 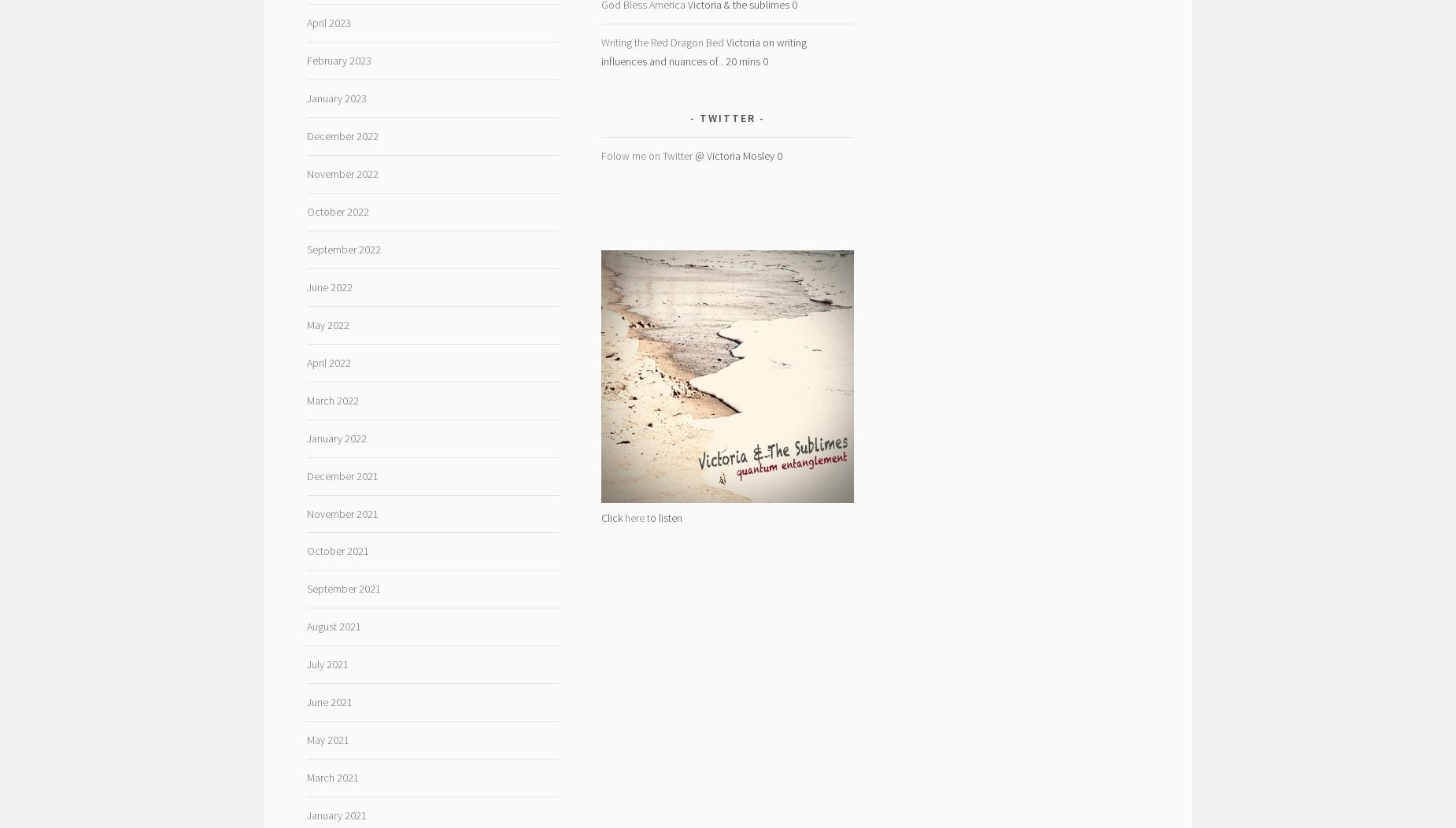 What do you see at coordinates (305, 513) in the screenshot?
I see `'November 2021'` at bounding box center [305, 513].